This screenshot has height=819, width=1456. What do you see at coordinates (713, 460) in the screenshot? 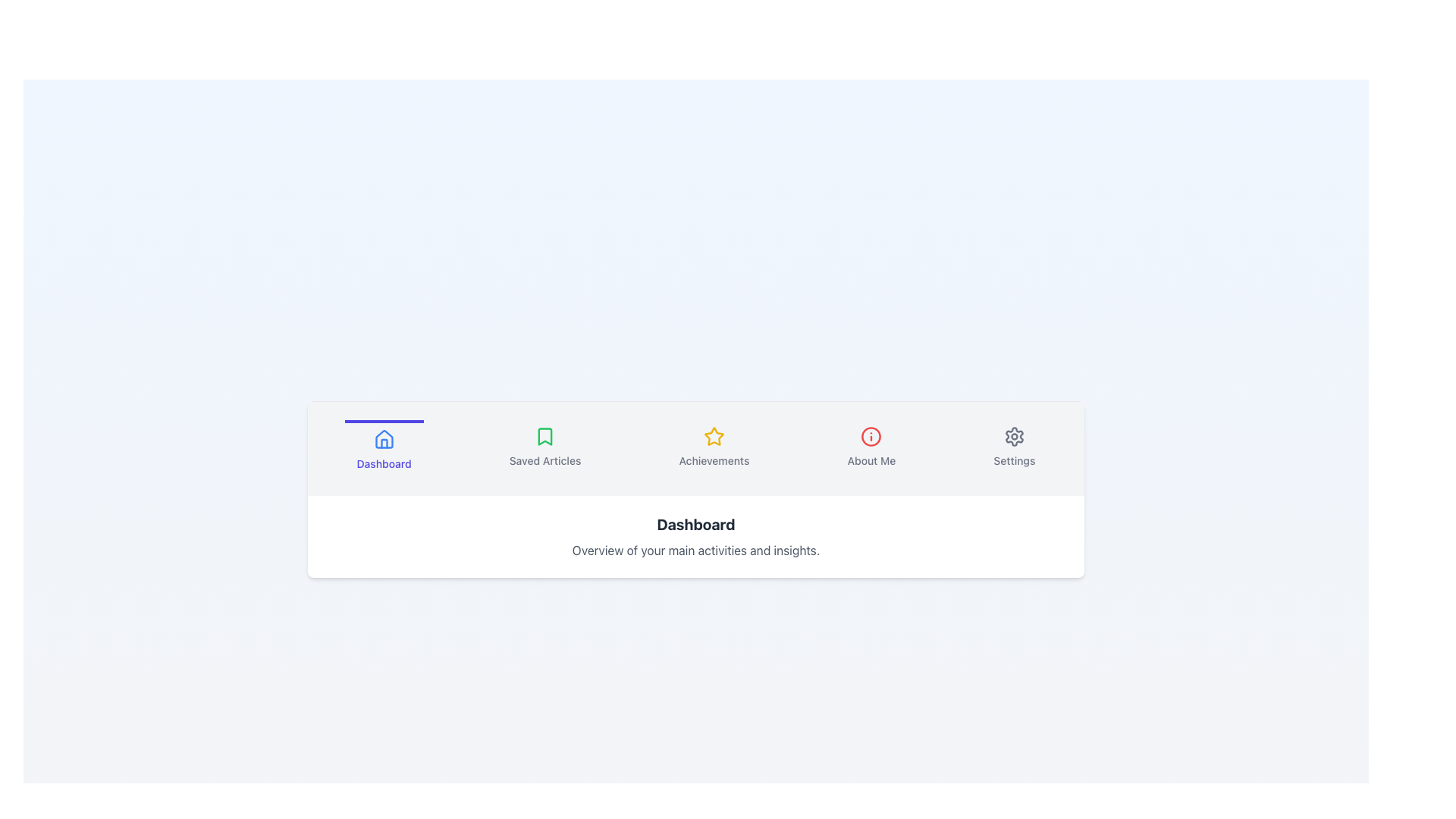
I see `the 'Achievements' text label located in the navigation bar, which is styled with a medium-weight font and positioned below the yellow star icon` at bounding box center [713, 460].